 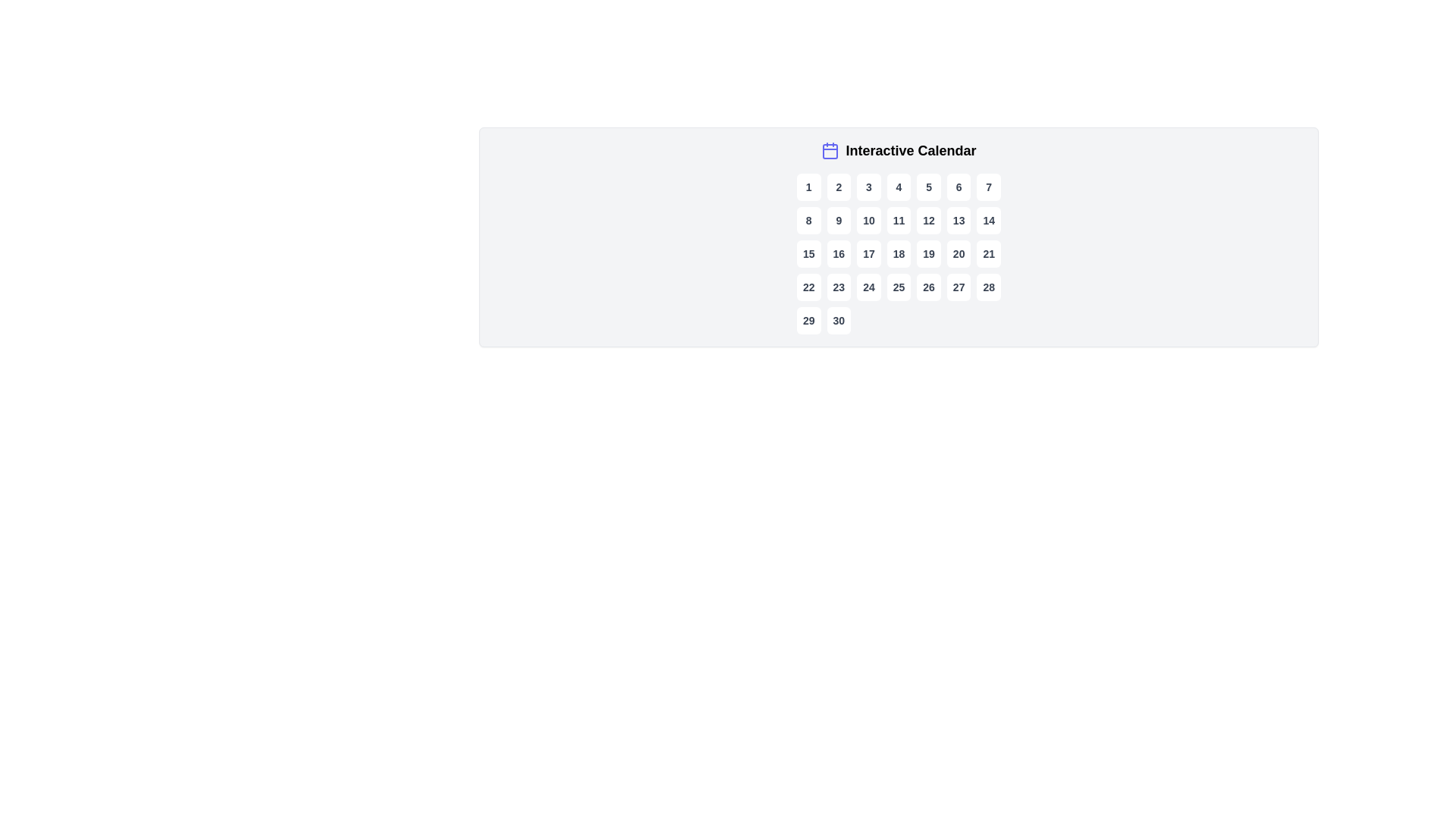 What do you see at coordinates (899, 253) in the screenshot?
I see `a date button in the interactive calendar grid` at bounding box center [899, 253].